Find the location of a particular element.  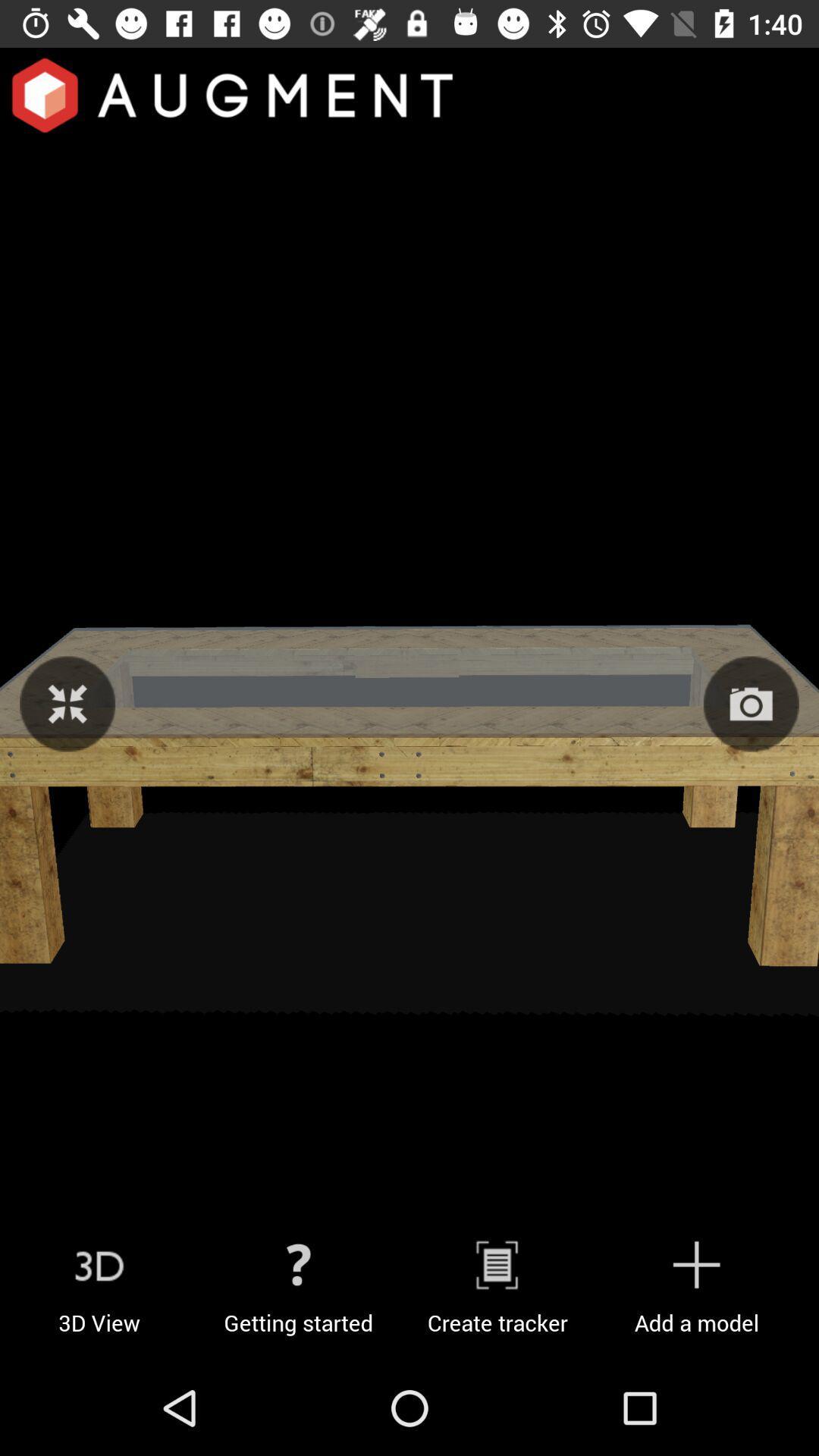

zoom image is located at coordinates (67, 703).